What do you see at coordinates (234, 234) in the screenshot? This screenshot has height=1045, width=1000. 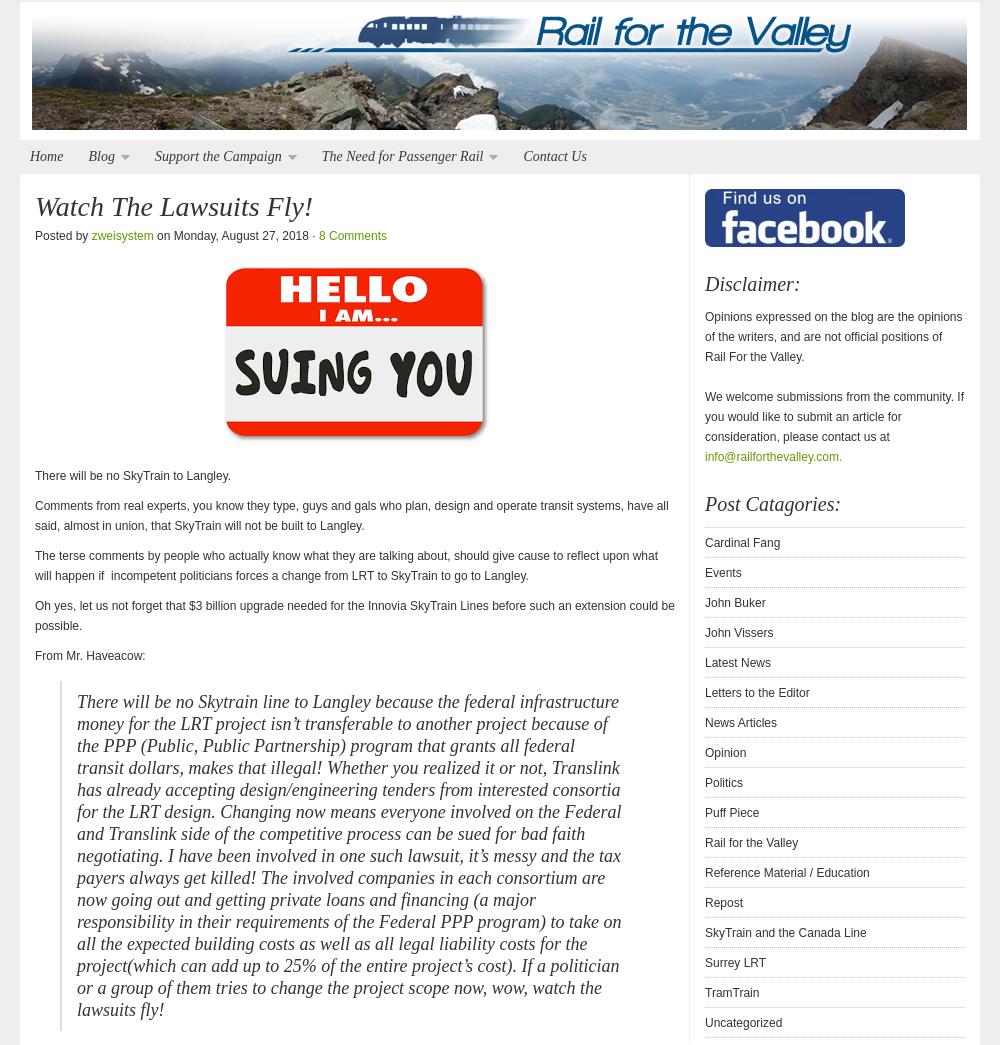 I see `'on Monday, August 27, 2018 ·'` at bounding box center [234, 234].